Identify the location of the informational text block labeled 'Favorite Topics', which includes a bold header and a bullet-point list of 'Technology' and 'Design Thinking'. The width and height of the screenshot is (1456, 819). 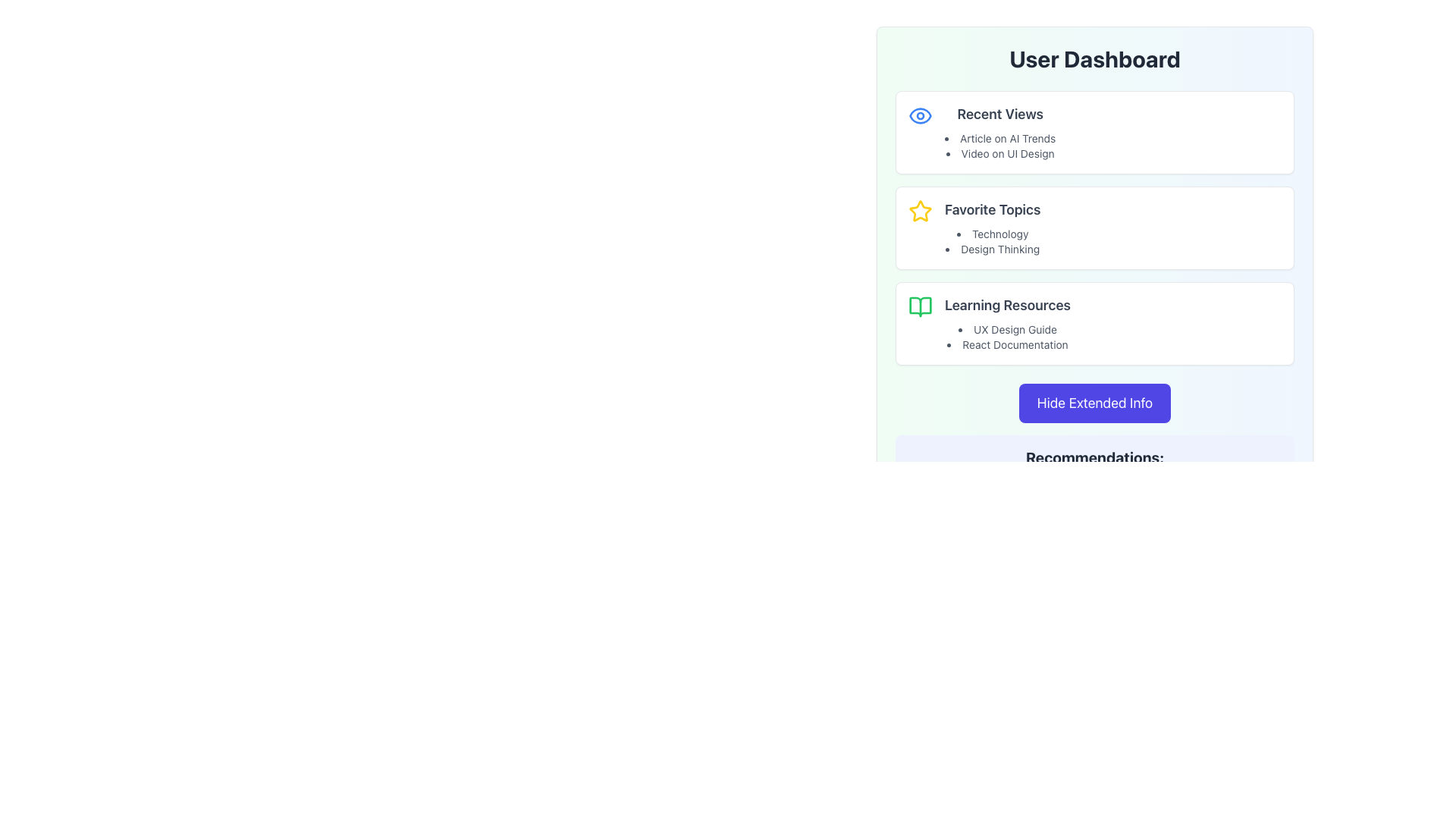
(993, 227).